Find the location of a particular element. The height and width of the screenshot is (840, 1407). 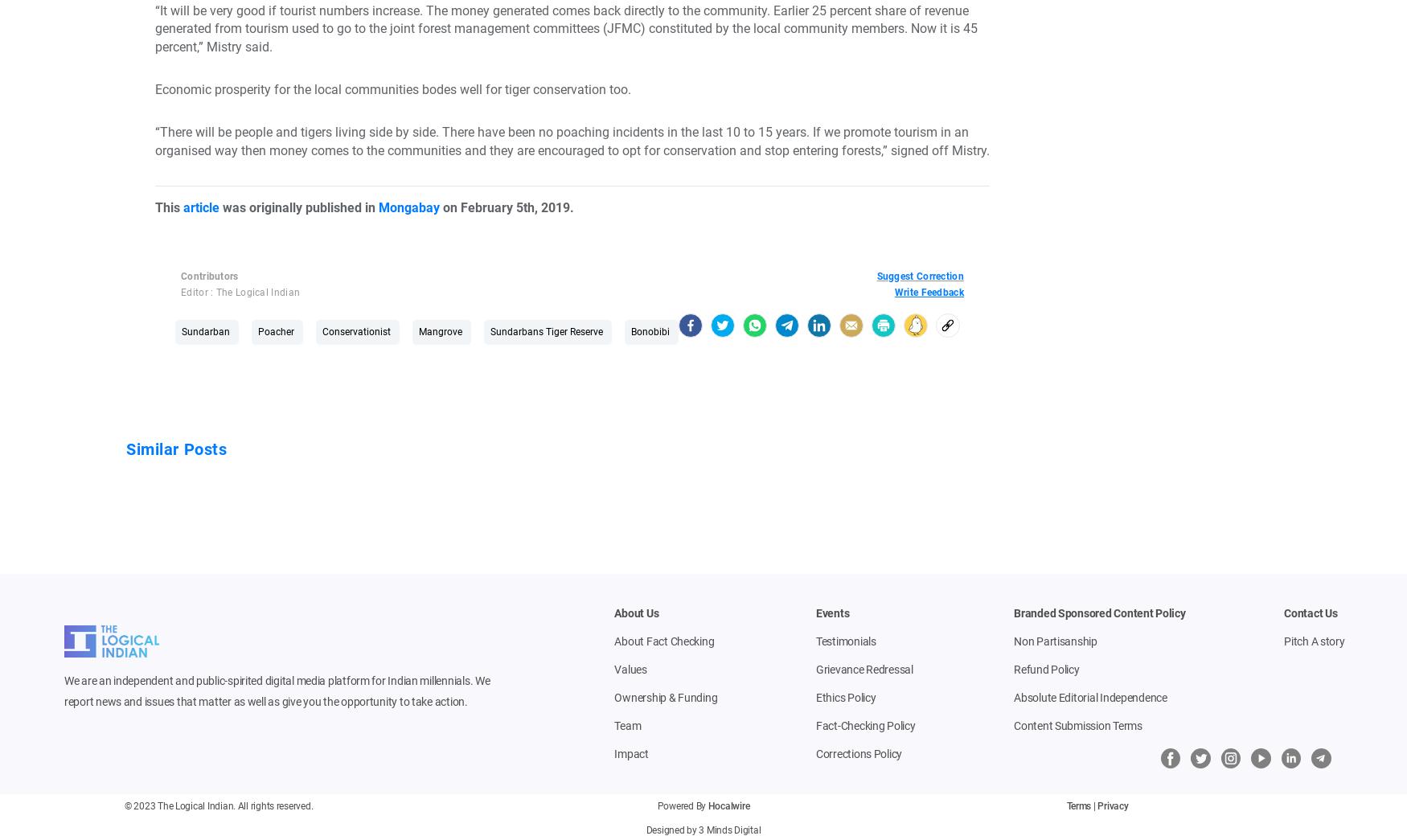

'Absolute Editorial Independence' is located at coordinates (1013, 696).